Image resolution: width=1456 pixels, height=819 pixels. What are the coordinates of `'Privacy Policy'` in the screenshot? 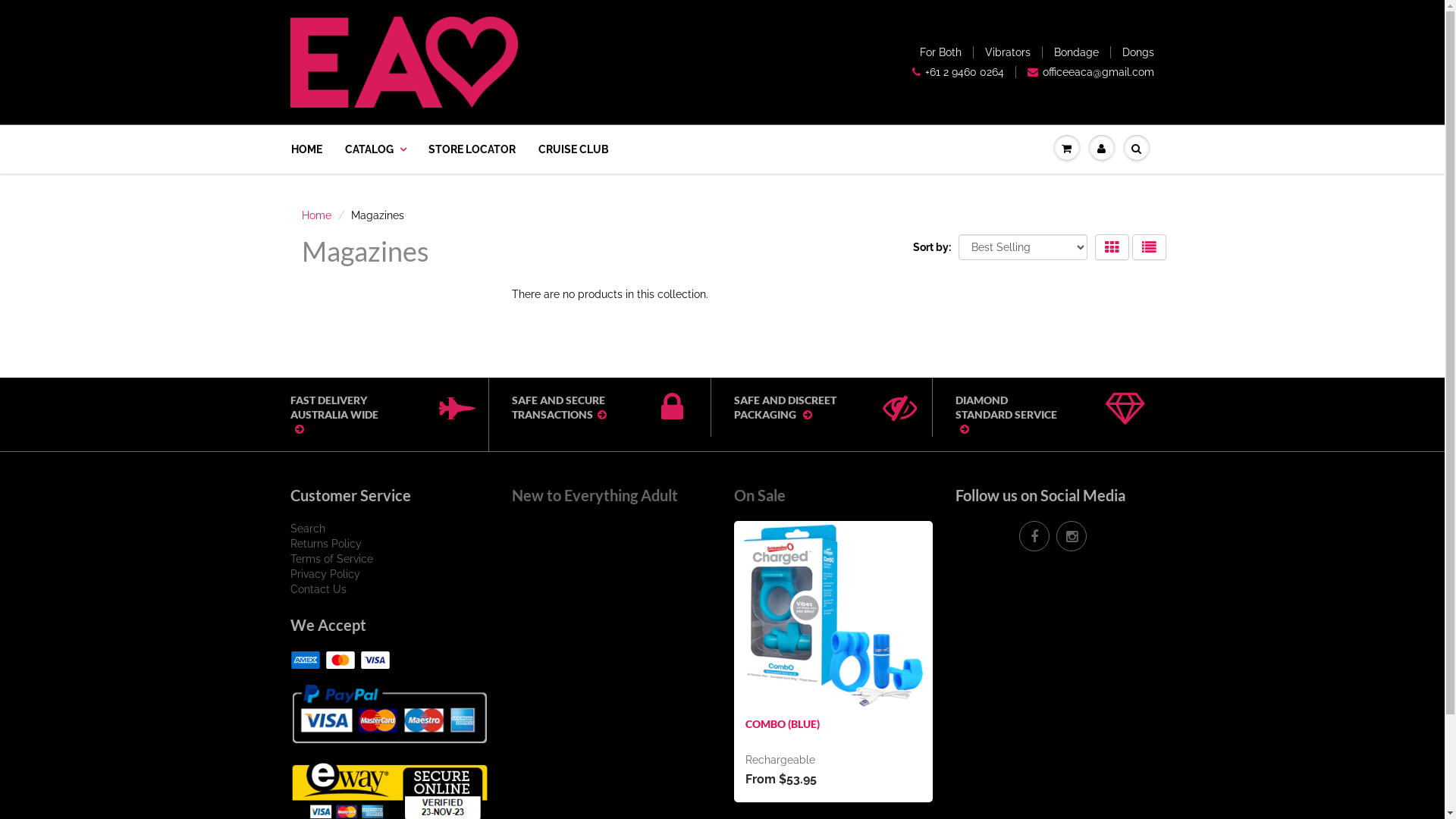 It's located at (323, 573).